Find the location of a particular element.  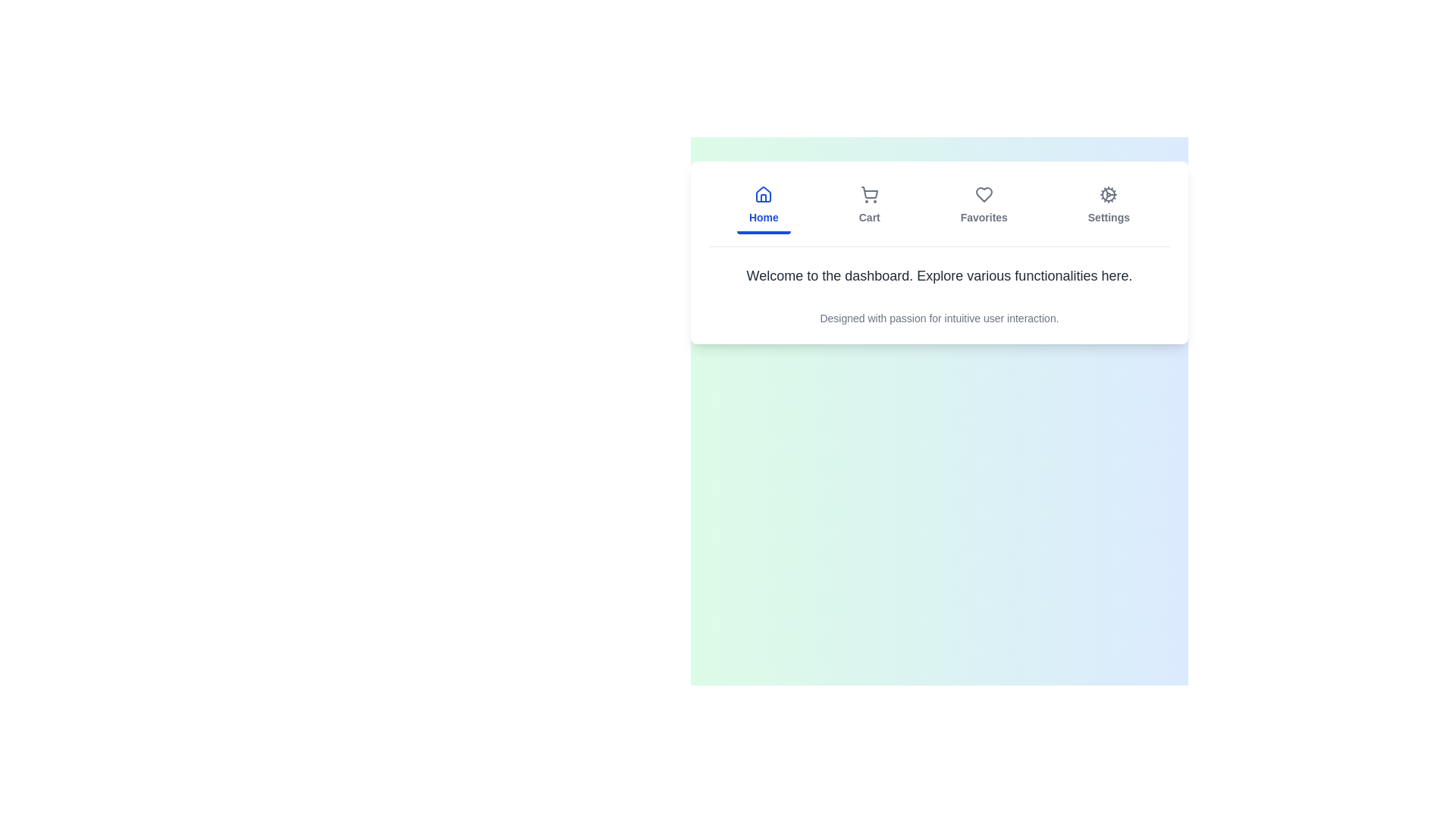

the 'Home' text label that provides clarification for the 'Home' navigation button, positioned below the house icon in the vertical navigation structure is located at coordinates (764, 217).